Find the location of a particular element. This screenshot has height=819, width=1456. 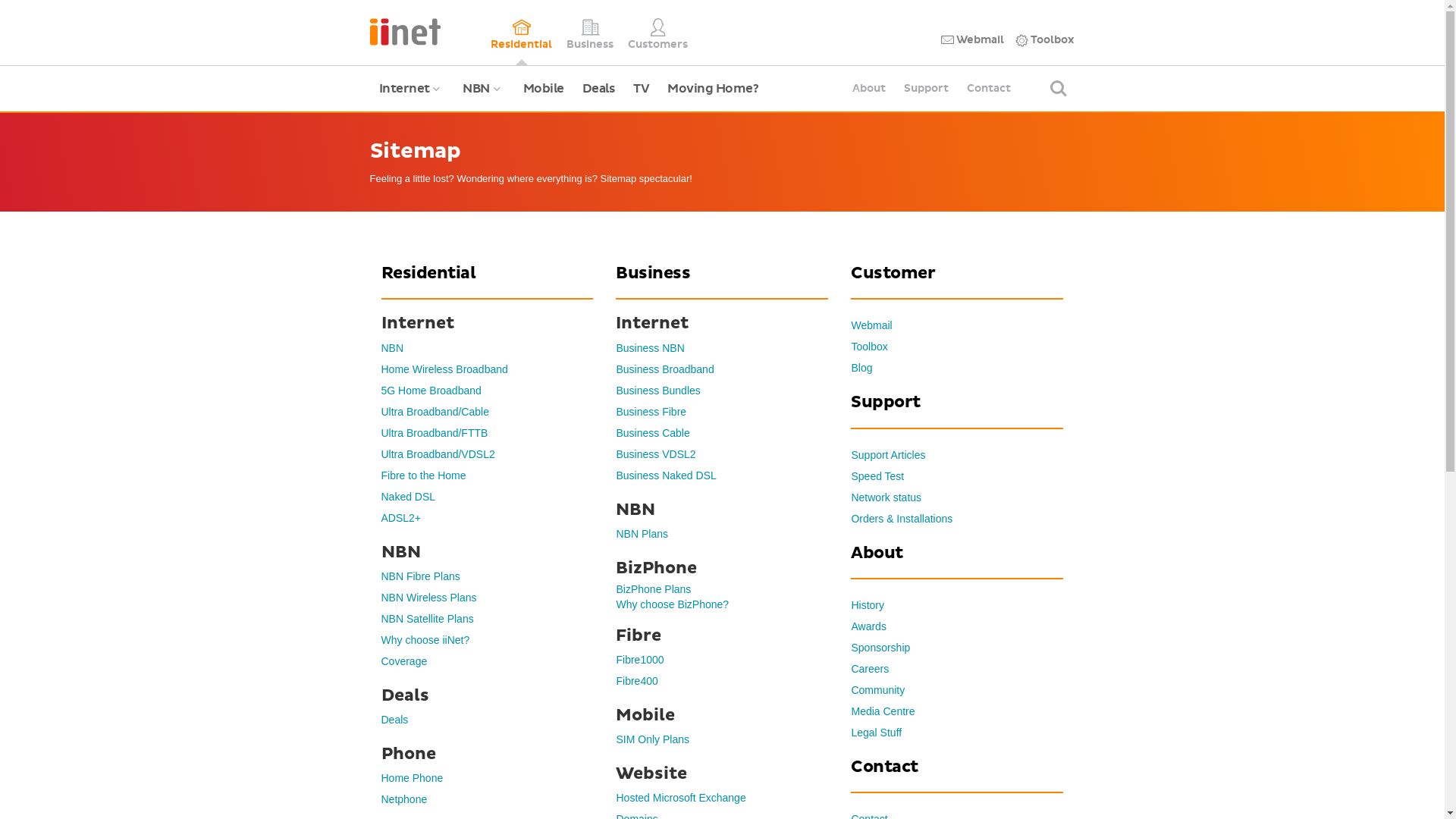

'Home Wireless Broadband' is located at coordinates (381, 369).